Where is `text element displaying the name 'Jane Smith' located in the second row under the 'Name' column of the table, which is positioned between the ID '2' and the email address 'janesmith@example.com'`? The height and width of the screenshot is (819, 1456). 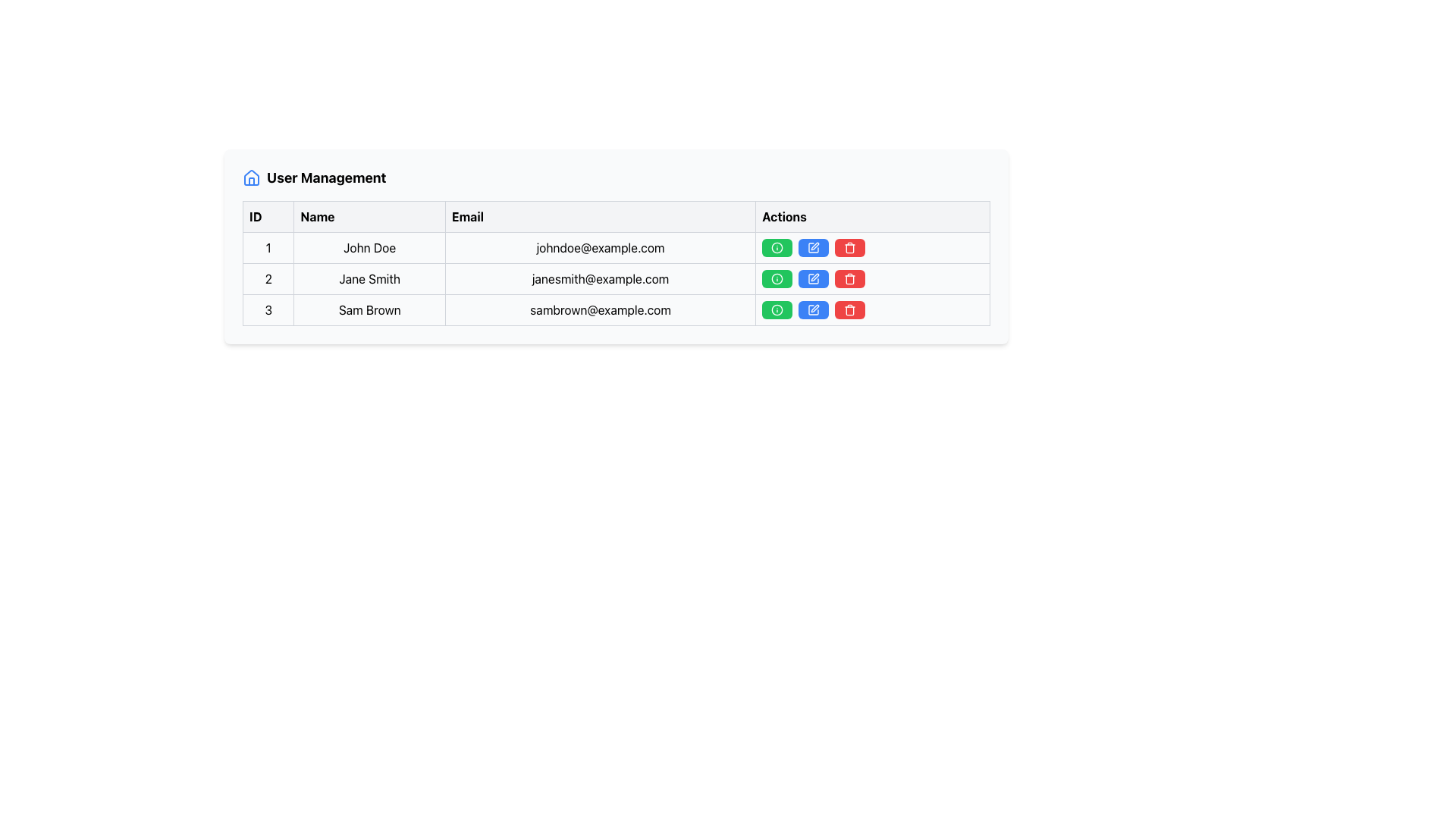 text element displaying the name 'Jane Smith' located in the second row under the 'Name' column of the table, which is positioned between the ID '2' and the email address 'janesmith@example.com' is located at coordinates (369, 278).